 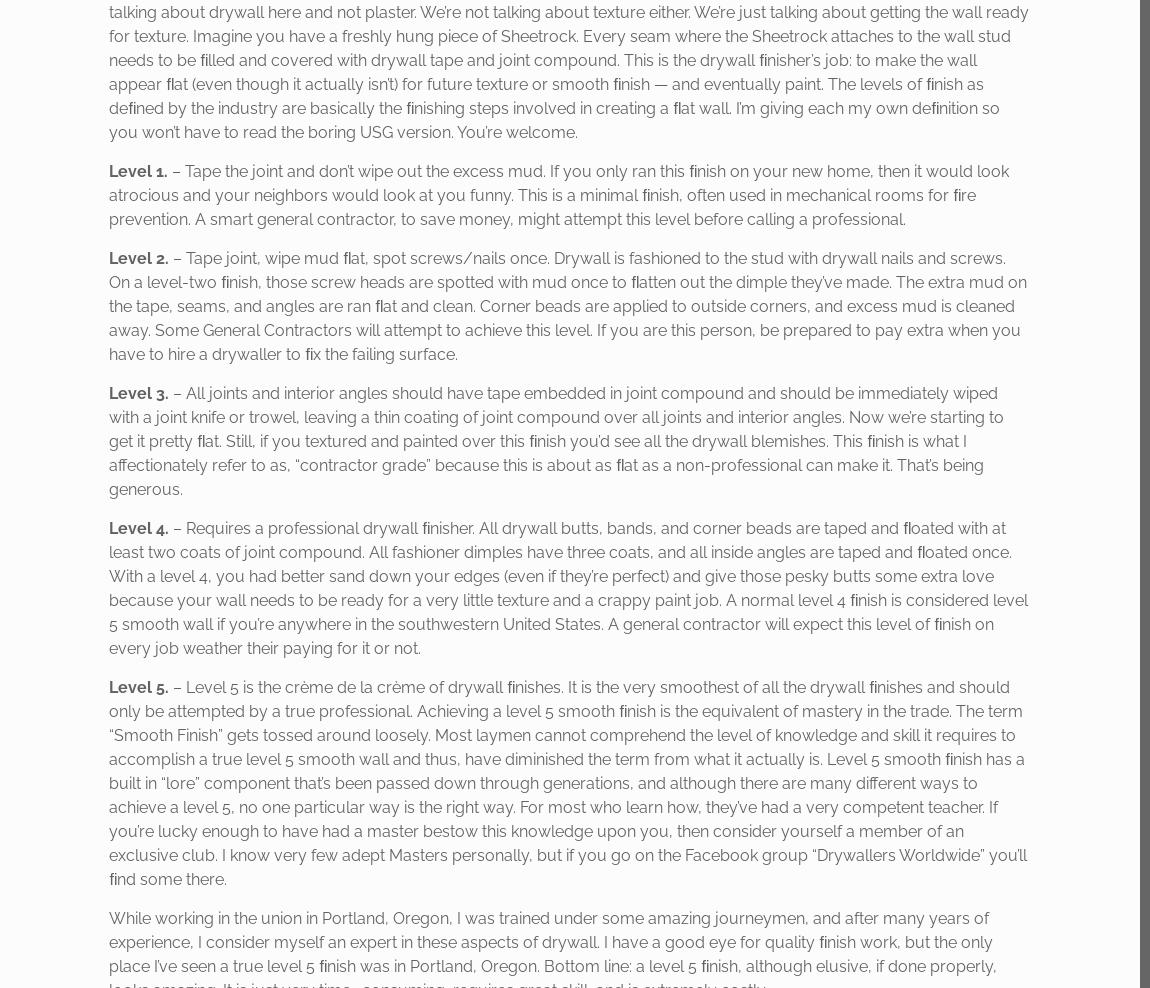 What do you see at coordinates (138, 687) in the screenshot?
I see `'Level 5.'` at bounding box center [138, 687].